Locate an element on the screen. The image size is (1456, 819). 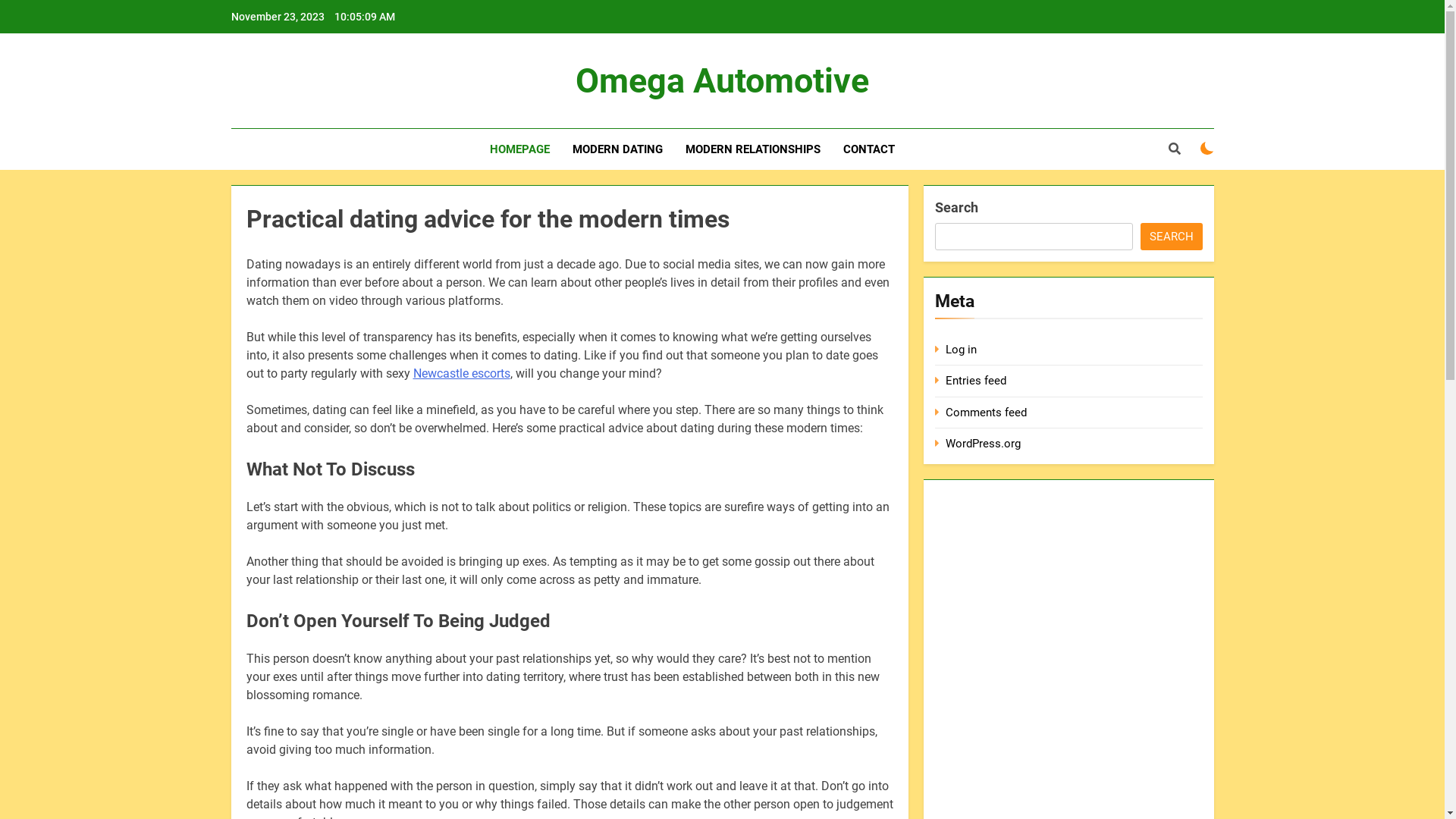
'CONTACT' is located at coordinates (869, 149).